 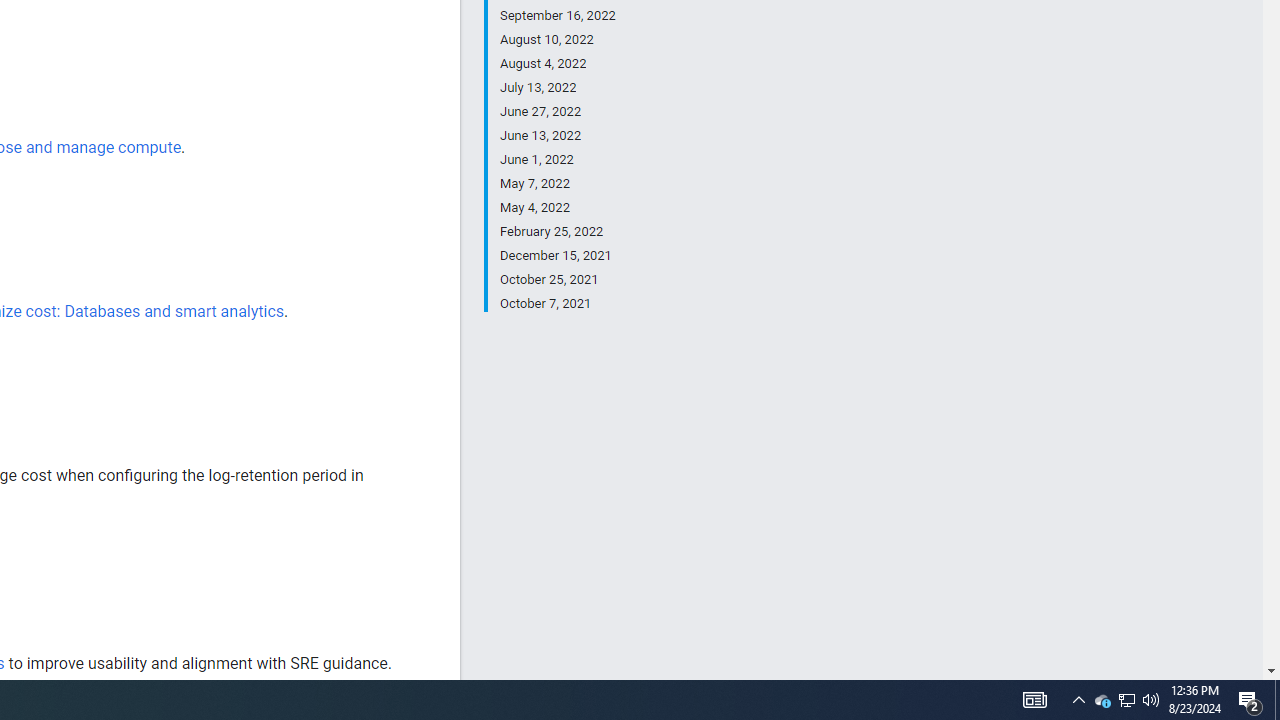 What do you see at coordinates (557, 87) in the screenshot?
I see `'July 13, 2022'` at bounding box center [557, 87].